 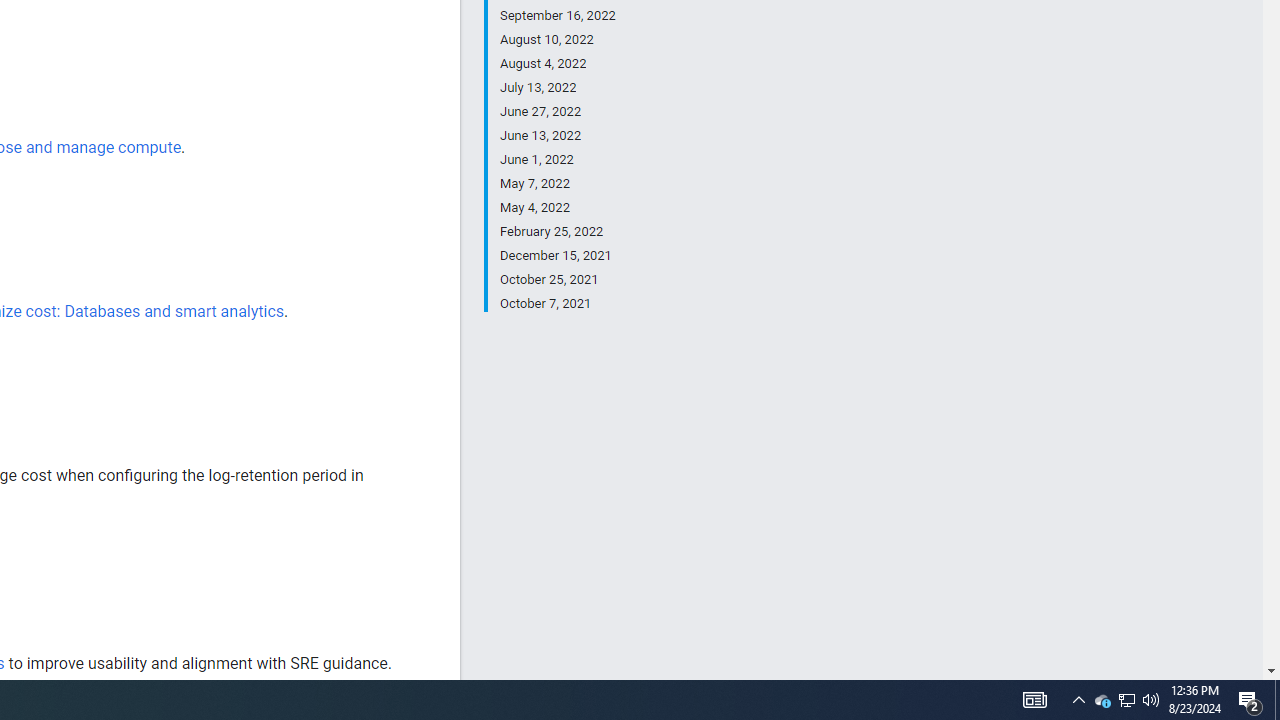 What do you see at coordinates (557, 87) in the screenshot?
I see `'July 13, 2022'` at bounding box center [557, 87].